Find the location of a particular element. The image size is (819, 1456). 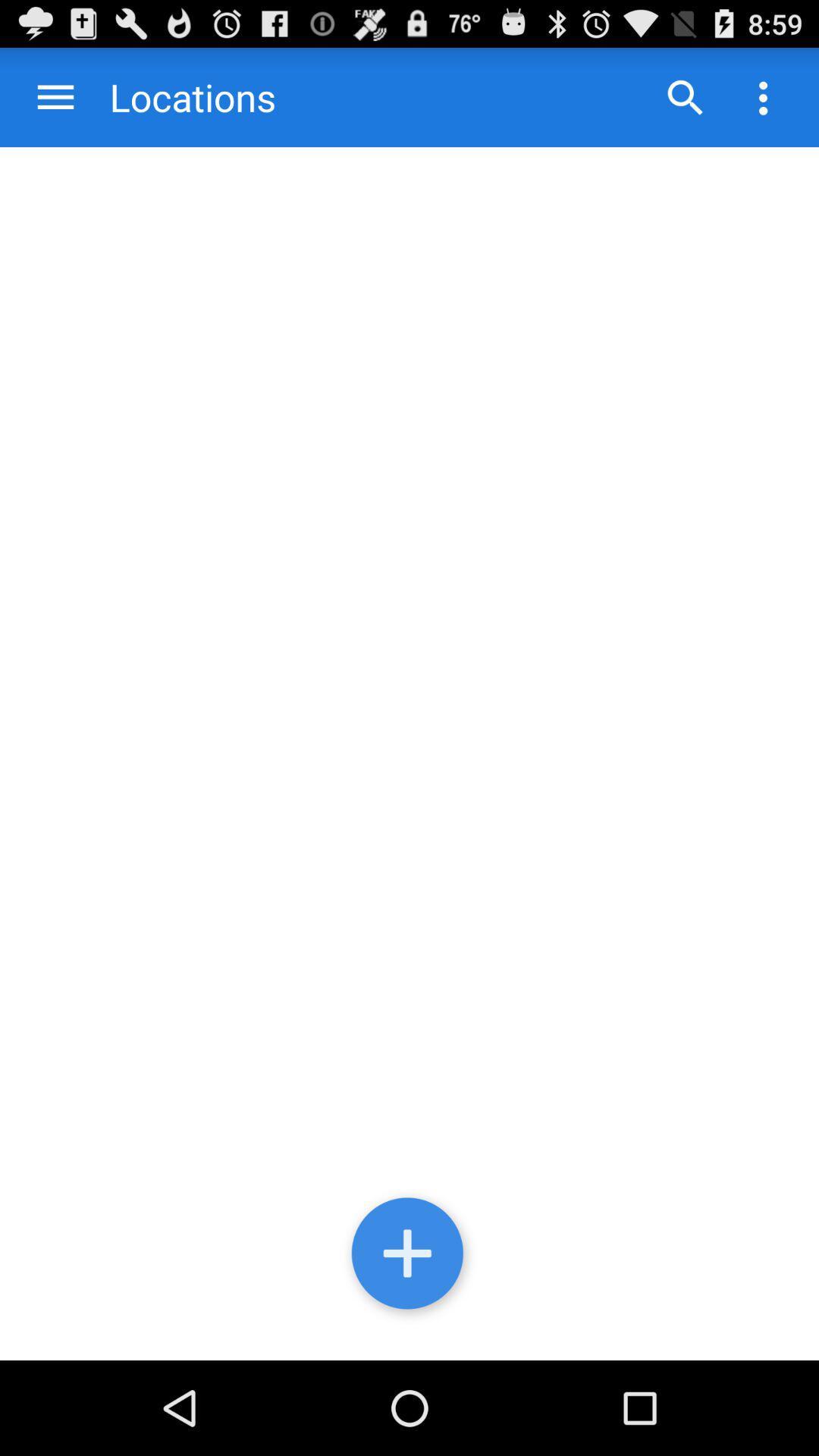

open option menu is located at coordinates (763, 96).